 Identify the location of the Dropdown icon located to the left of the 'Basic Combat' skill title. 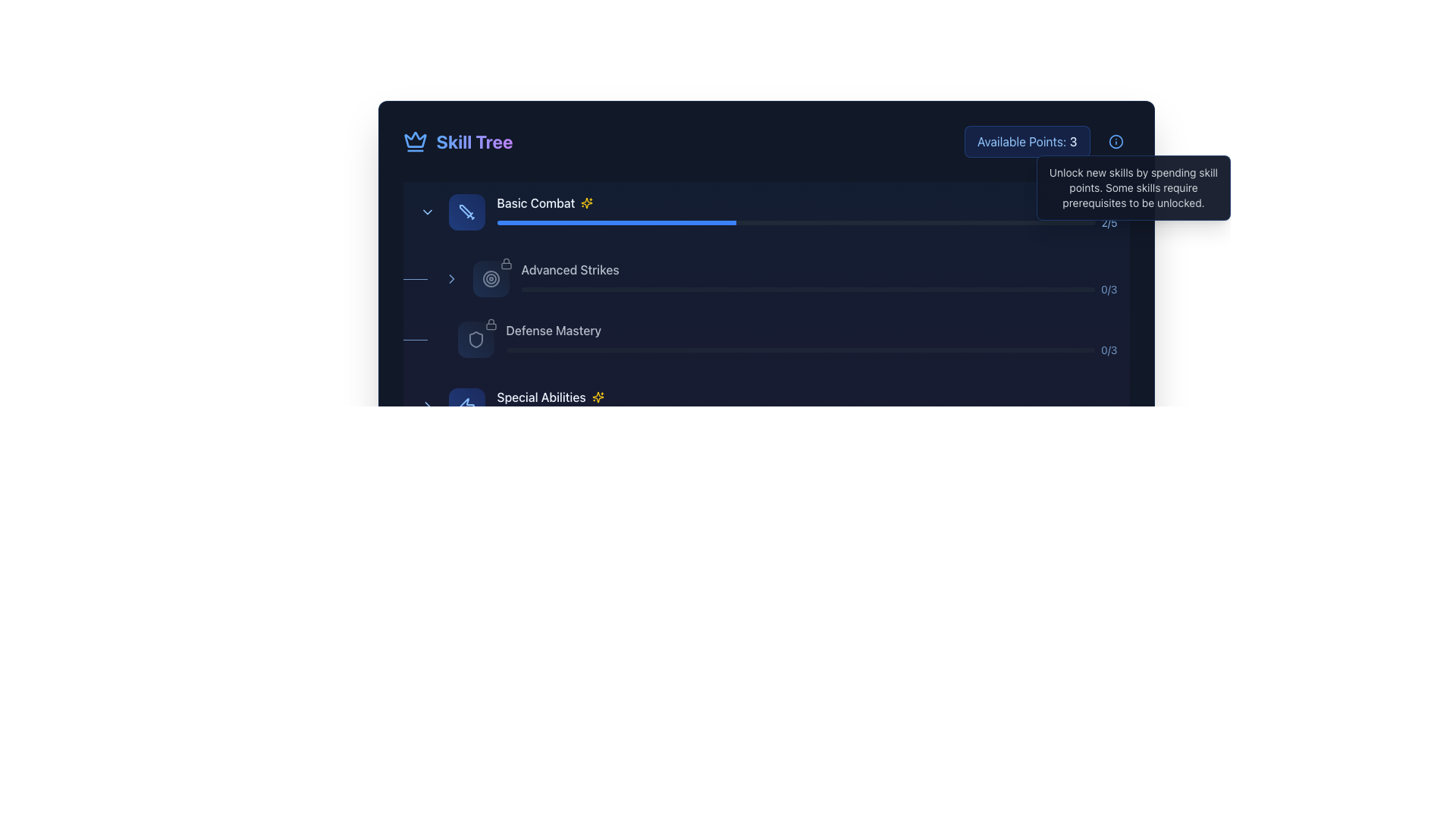
(426, 212).